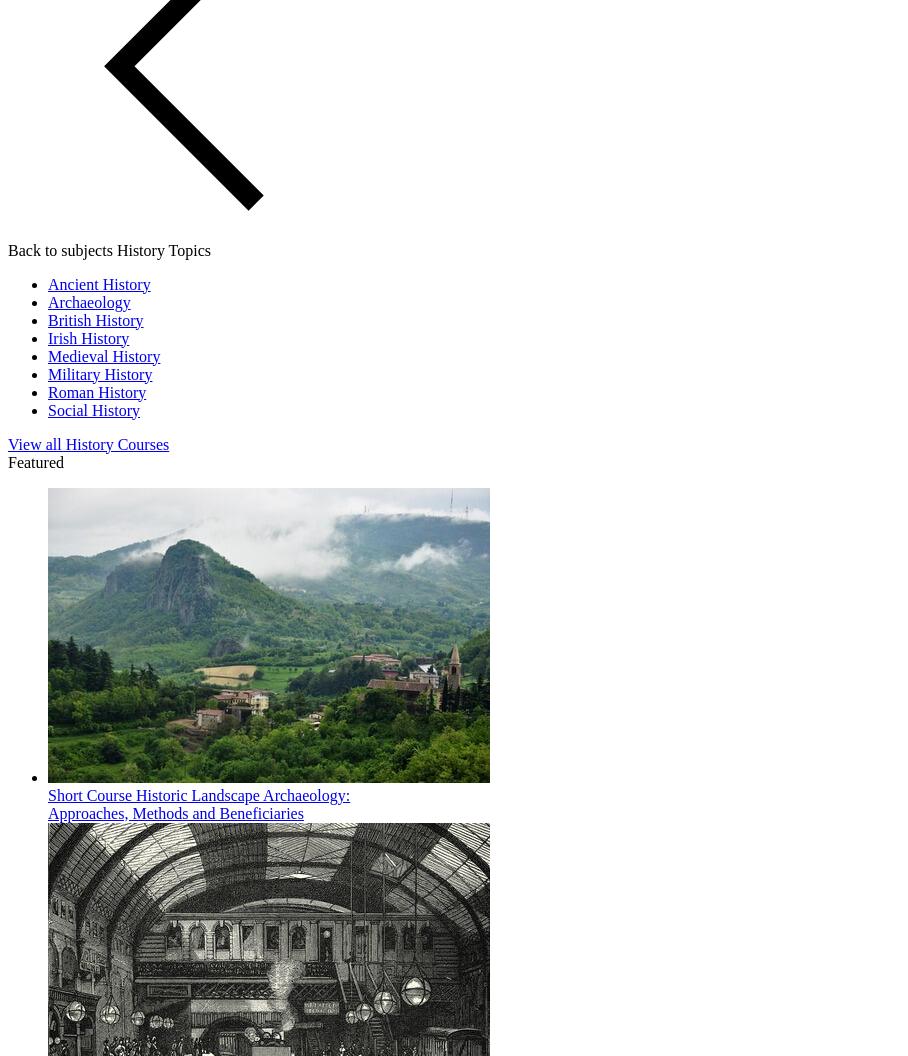 Image resolution: width=908 pixels, height=1056 pixels. Describe the element at coordinates (199, 803) in the screenshot. I see `'Historic Landscape Archaeology: Approaches, Methods and Beneficiaries'` at that location.